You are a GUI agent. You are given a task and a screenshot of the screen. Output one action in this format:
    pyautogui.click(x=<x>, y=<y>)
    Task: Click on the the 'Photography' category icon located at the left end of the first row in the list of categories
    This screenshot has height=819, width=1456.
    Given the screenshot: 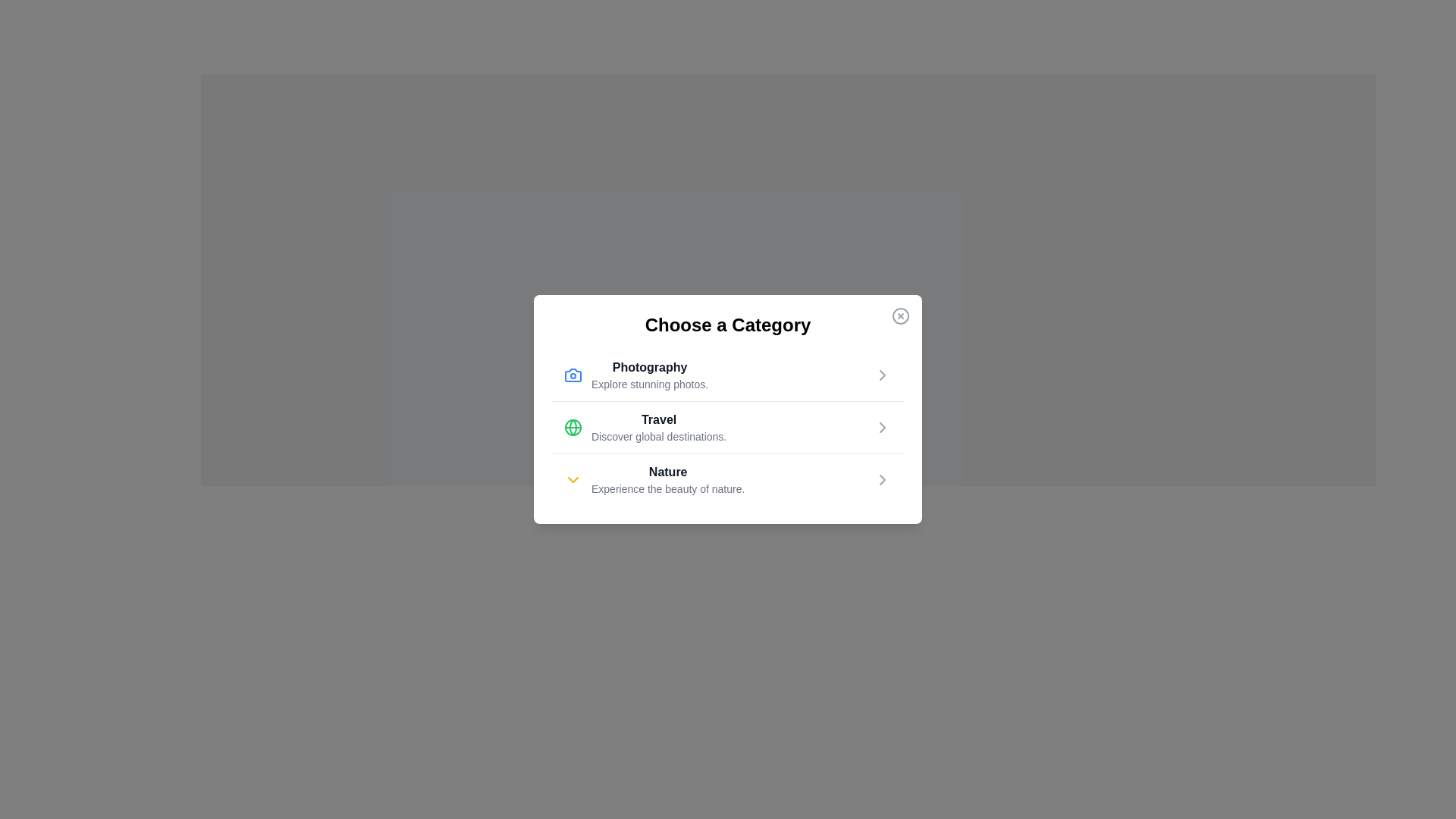 What is the action you would take?
    pyautogui.click(x=572, y=375)
    